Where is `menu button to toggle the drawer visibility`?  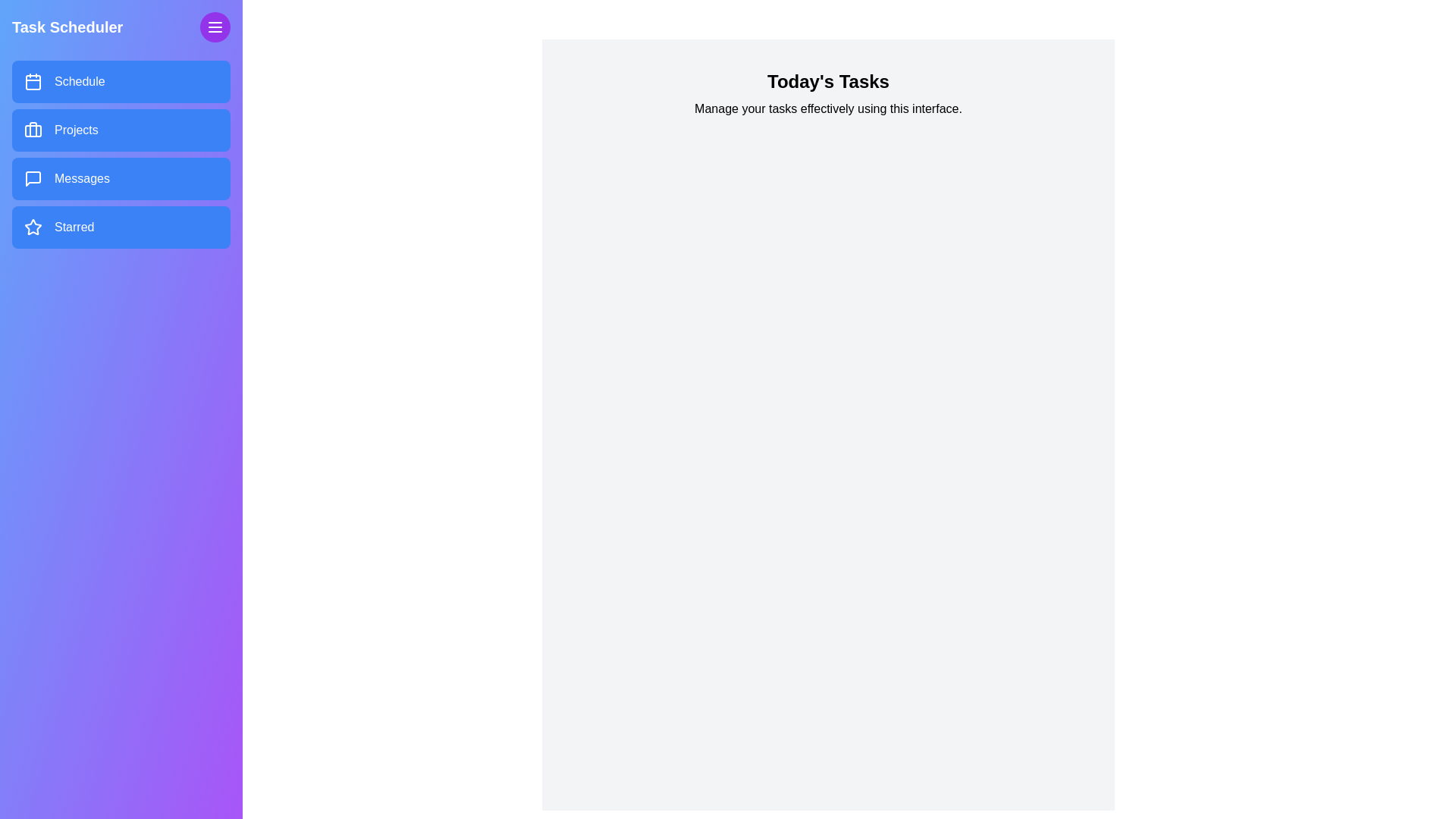
menu button to toggle the drawer visibility is located at coordinates (214, 27).